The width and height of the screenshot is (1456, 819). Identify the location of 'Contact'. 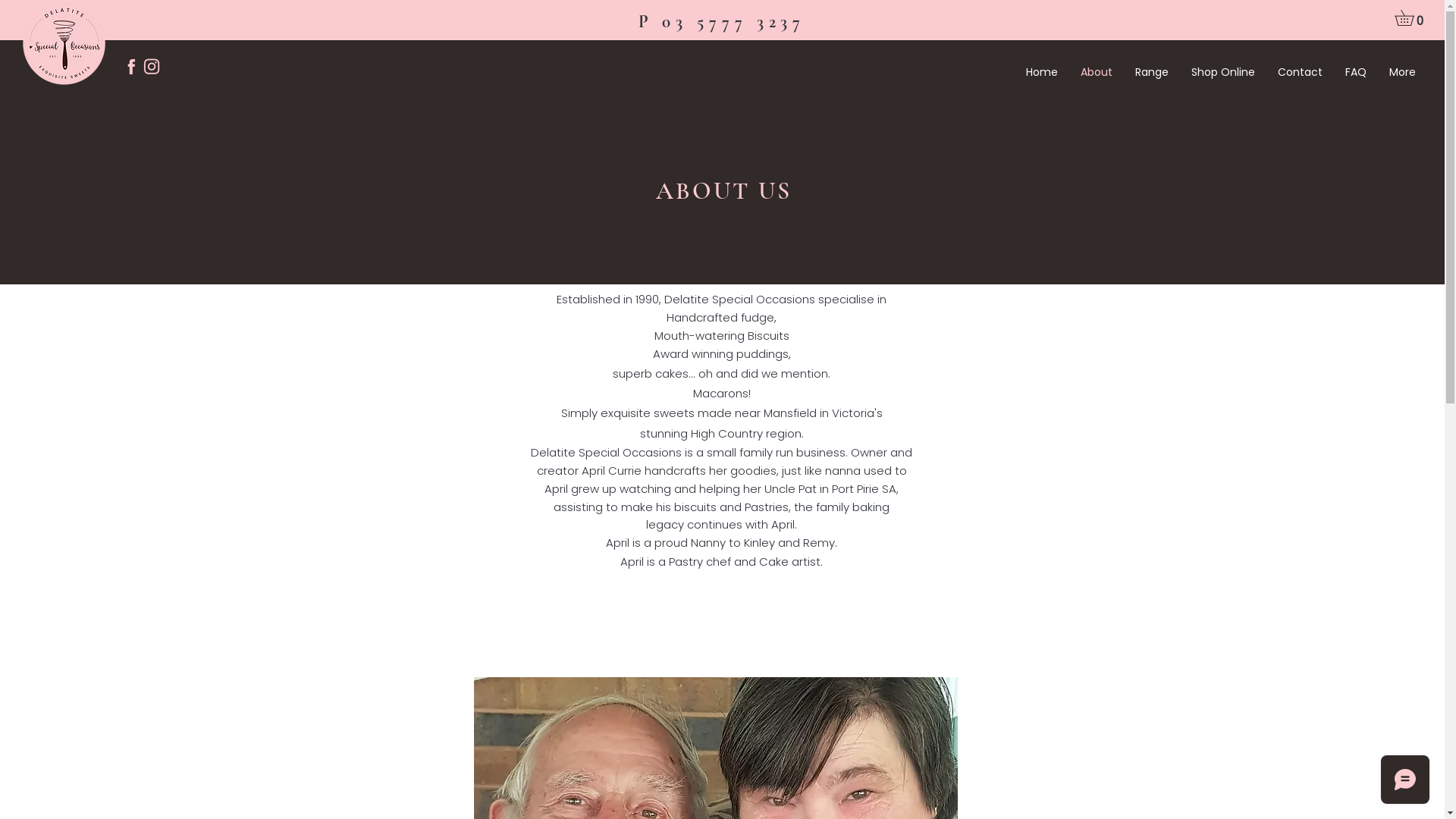
(1266, 72).